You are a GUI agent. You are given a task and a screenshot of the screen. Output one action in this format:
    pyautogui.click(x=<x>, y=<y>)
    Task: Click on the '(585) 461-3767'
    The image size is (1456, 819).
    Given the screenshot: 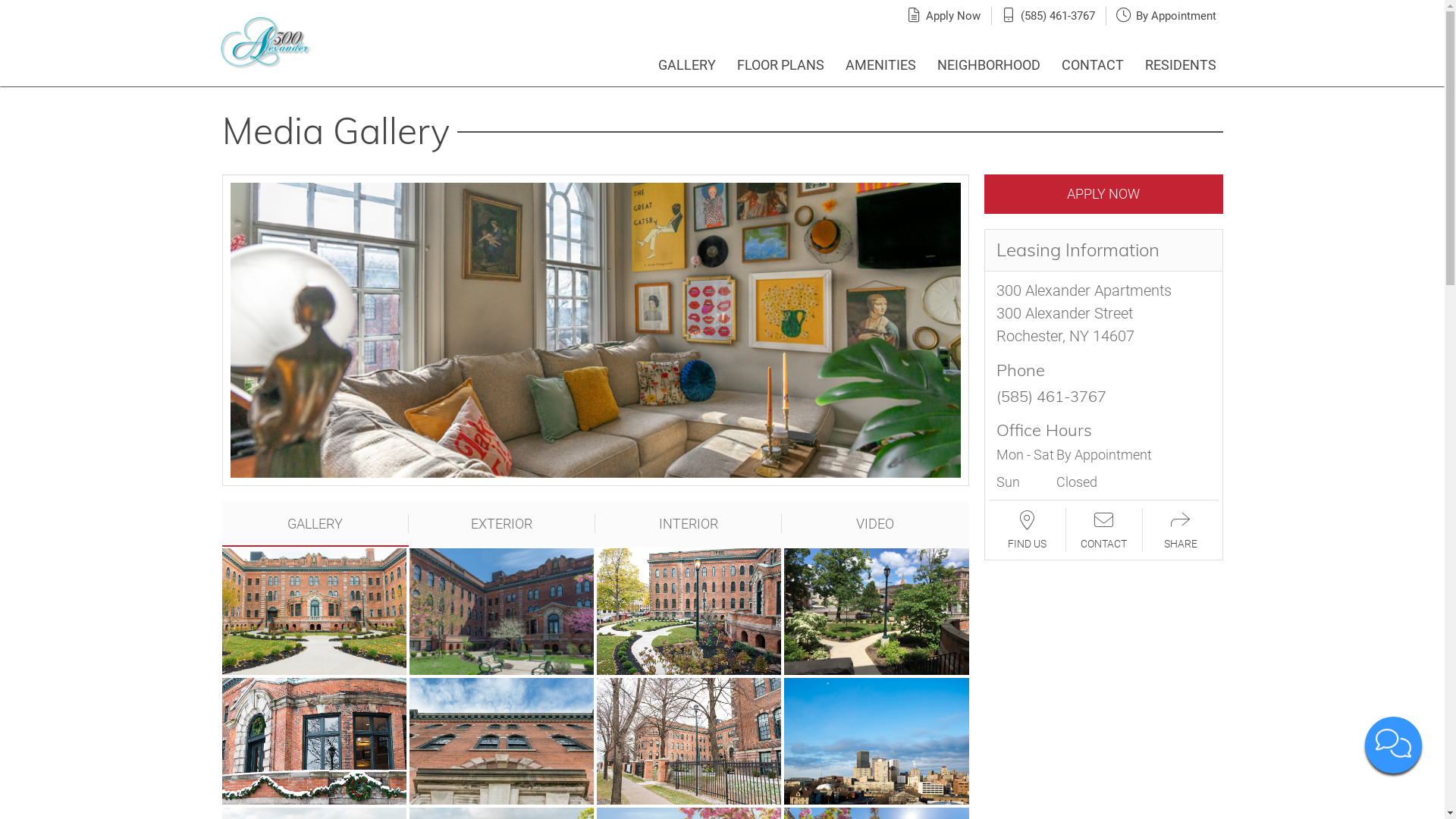 What is the action you would take?
    pyautogui.click(x=1057, y=15)
    